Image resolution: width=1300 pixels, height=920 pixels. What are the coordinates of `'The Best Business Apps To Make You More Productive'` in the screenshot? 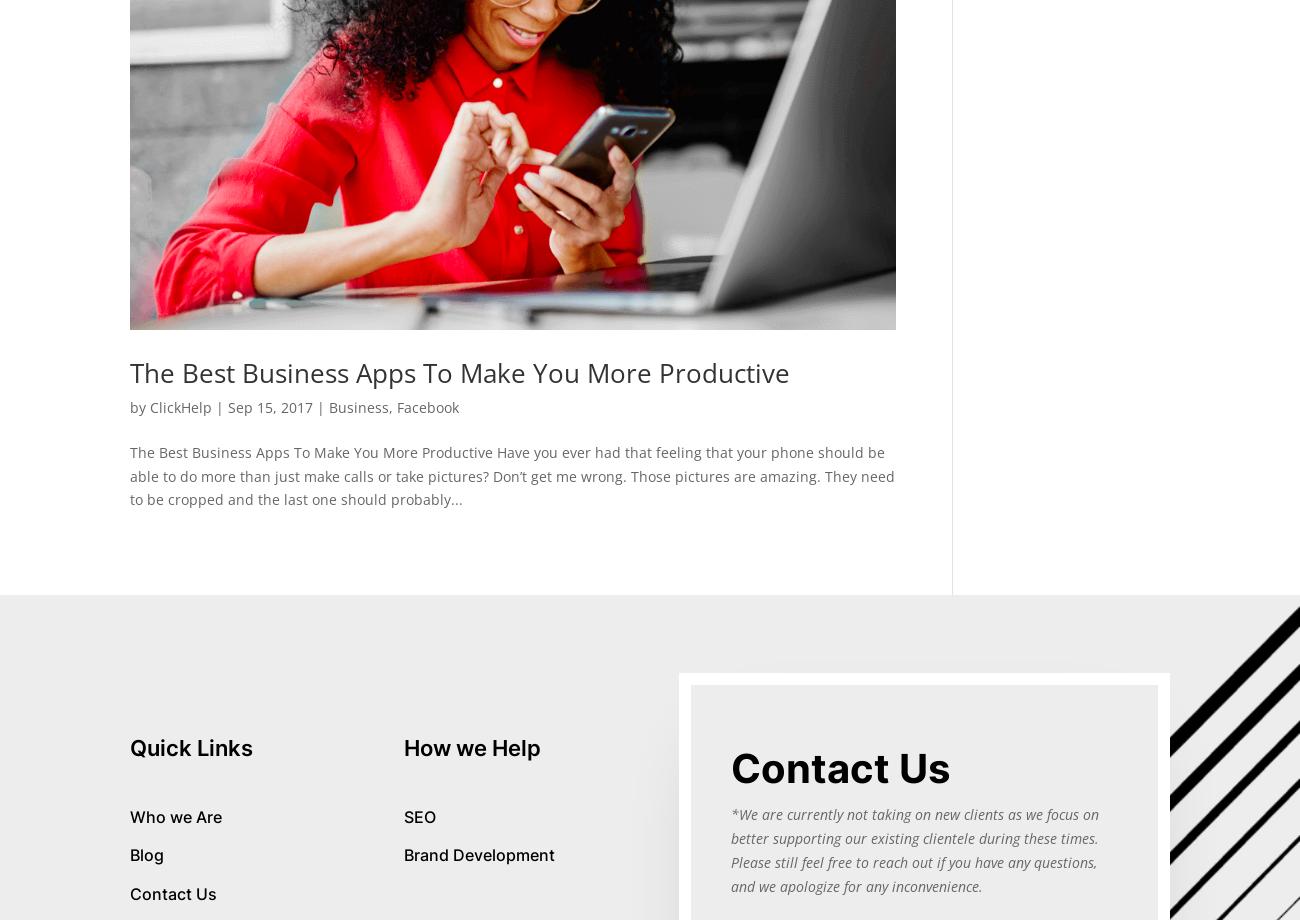 It's located at (129, 371).